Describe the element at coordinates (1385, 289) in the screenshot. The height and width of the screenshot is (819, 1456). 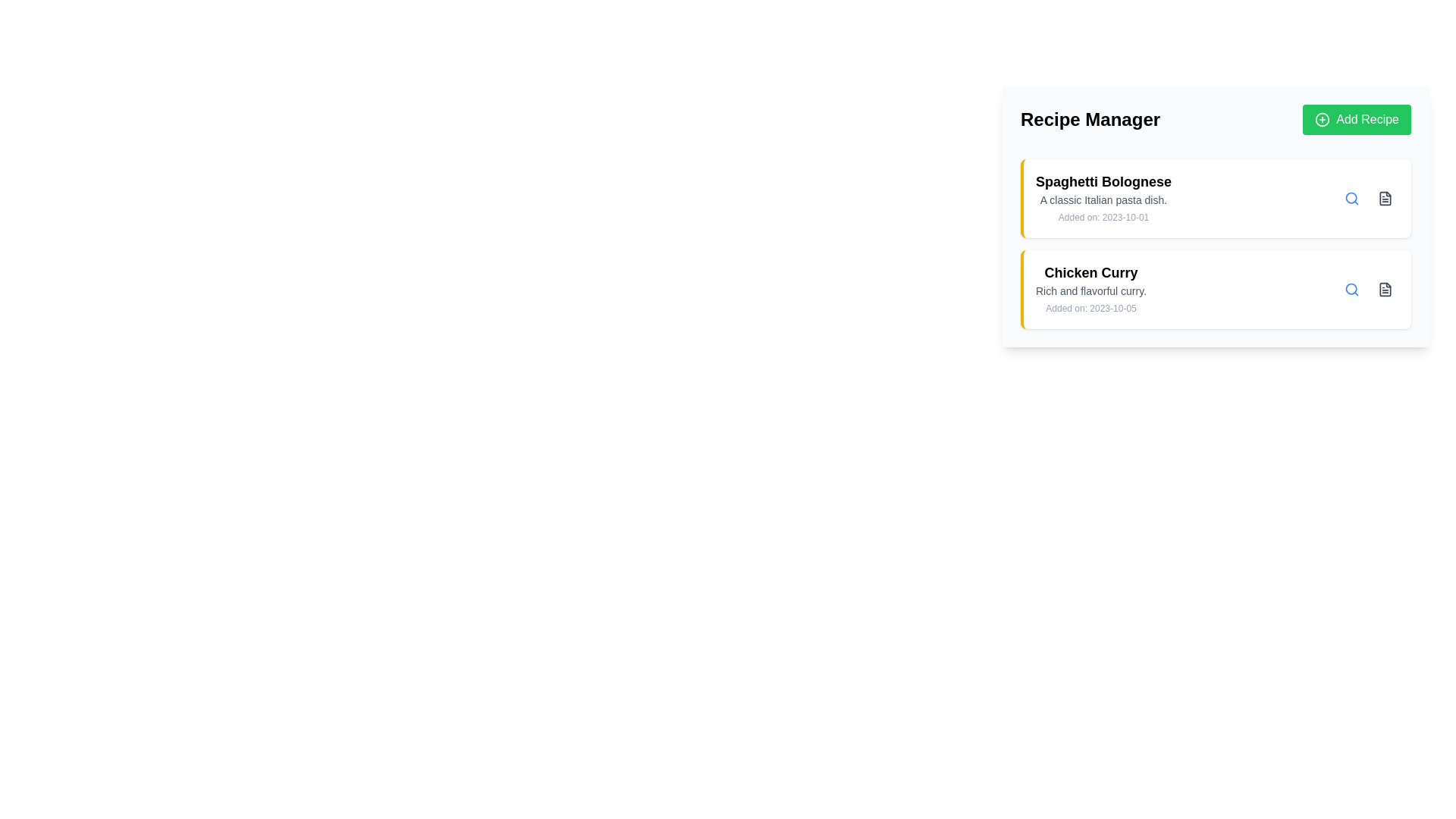
I see `the document icon in the 'Recipe Manager' interface, located near the right edge of the 'Chicken Curry' list item` at that location.